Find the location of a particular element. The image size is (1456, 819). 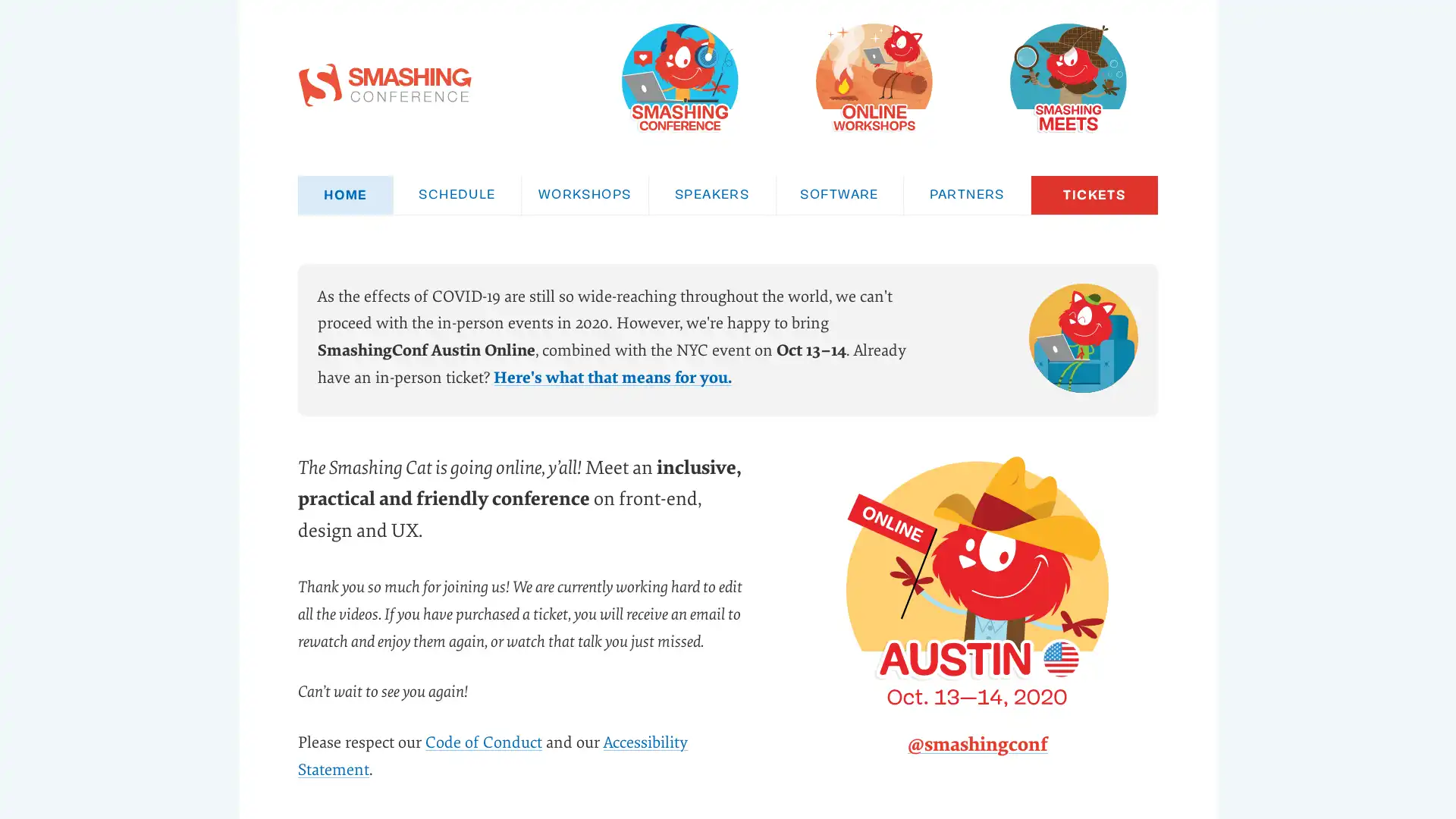

SmashingConf is located at coordinates (679, 77).